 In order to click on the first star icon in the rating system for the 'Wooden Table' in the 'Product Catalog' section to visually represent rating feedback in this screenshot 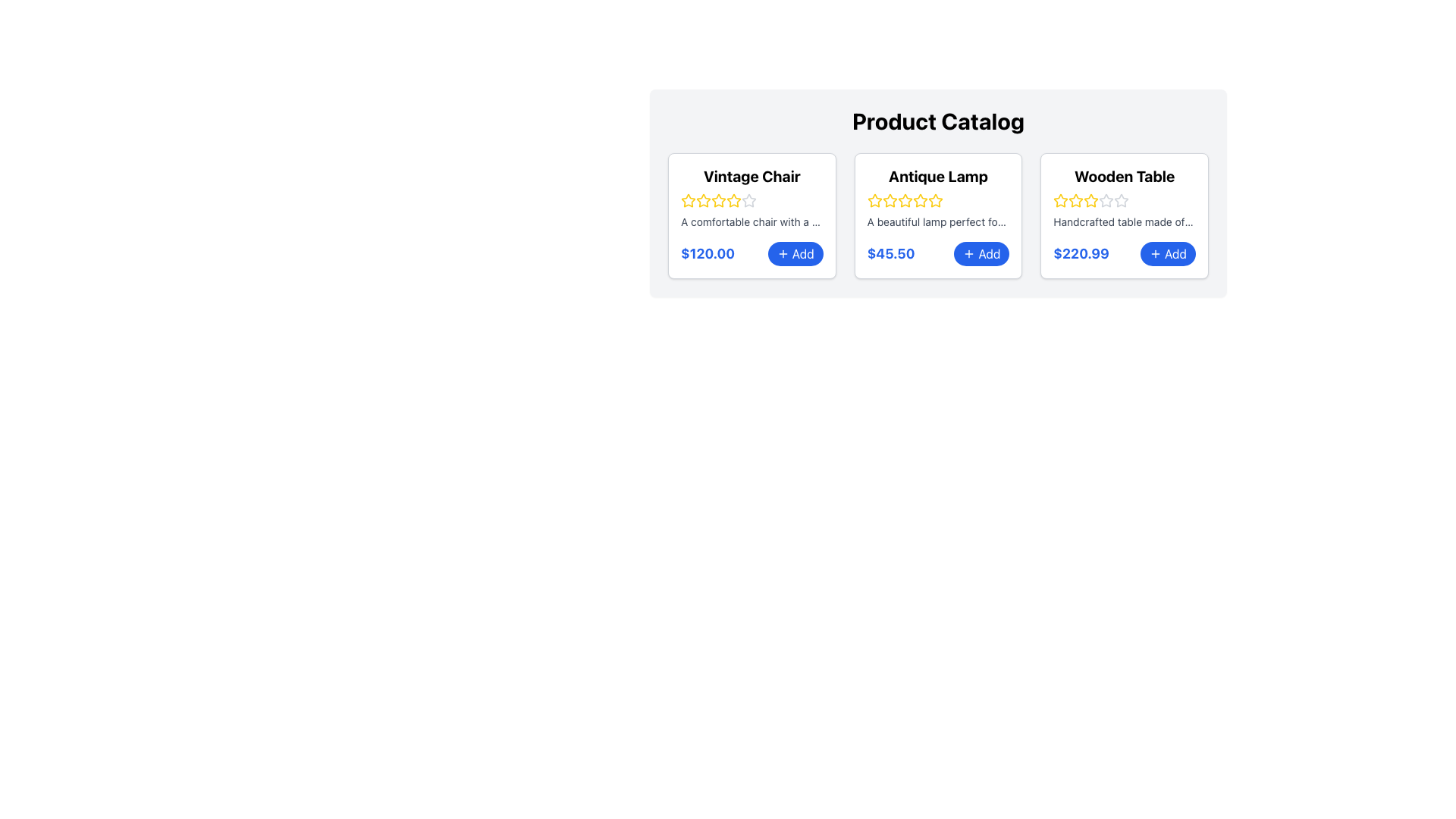, I will do `click(1060, 199)`.